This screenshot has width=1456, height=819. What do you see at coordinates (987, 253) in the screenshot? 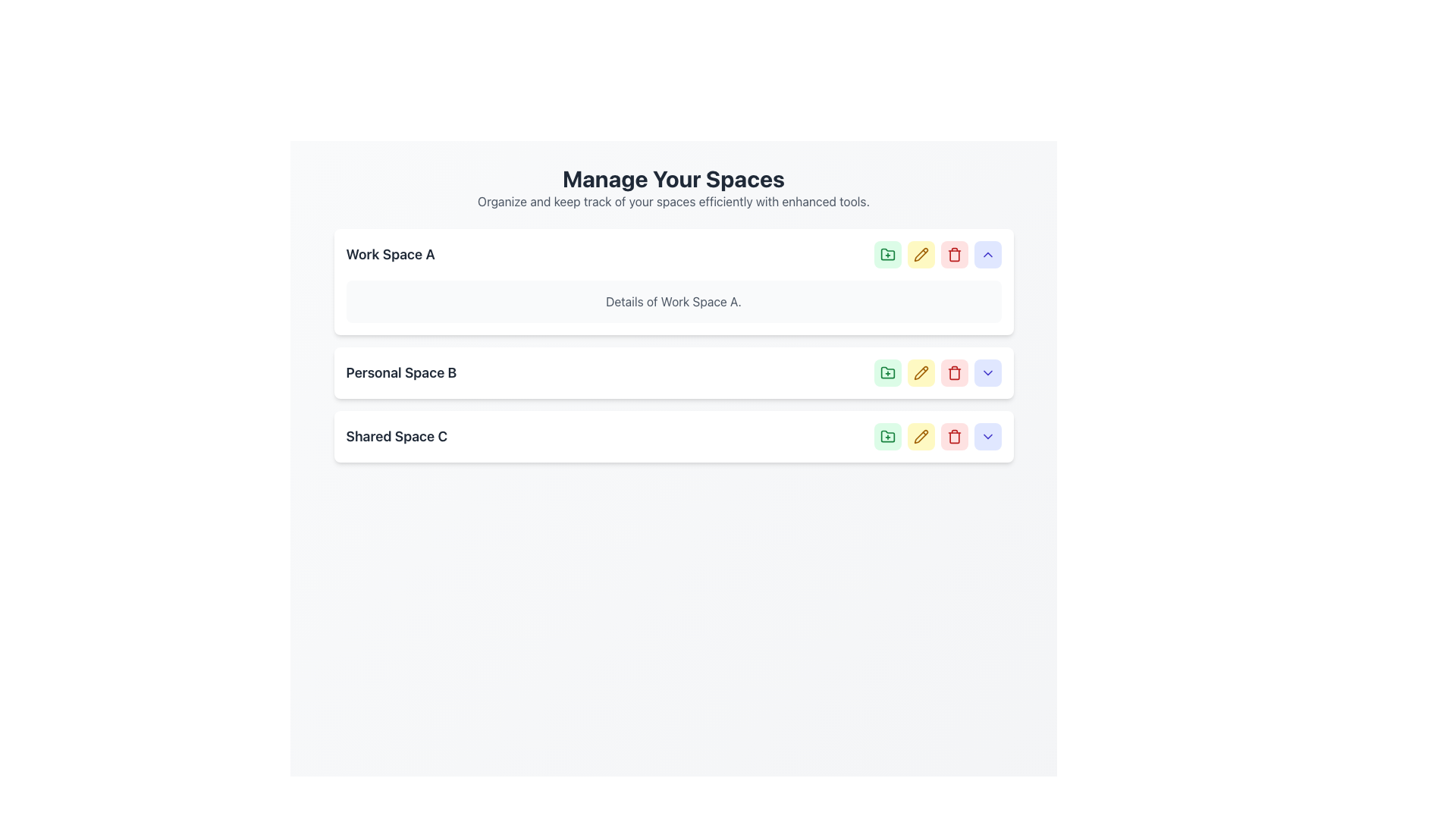
I see `the 'Toggle Details' button, which is the fifth button in a horizontal group of five, located at the far-right end within the Manage Your Spaces interface` at bounding box center [987, 253].